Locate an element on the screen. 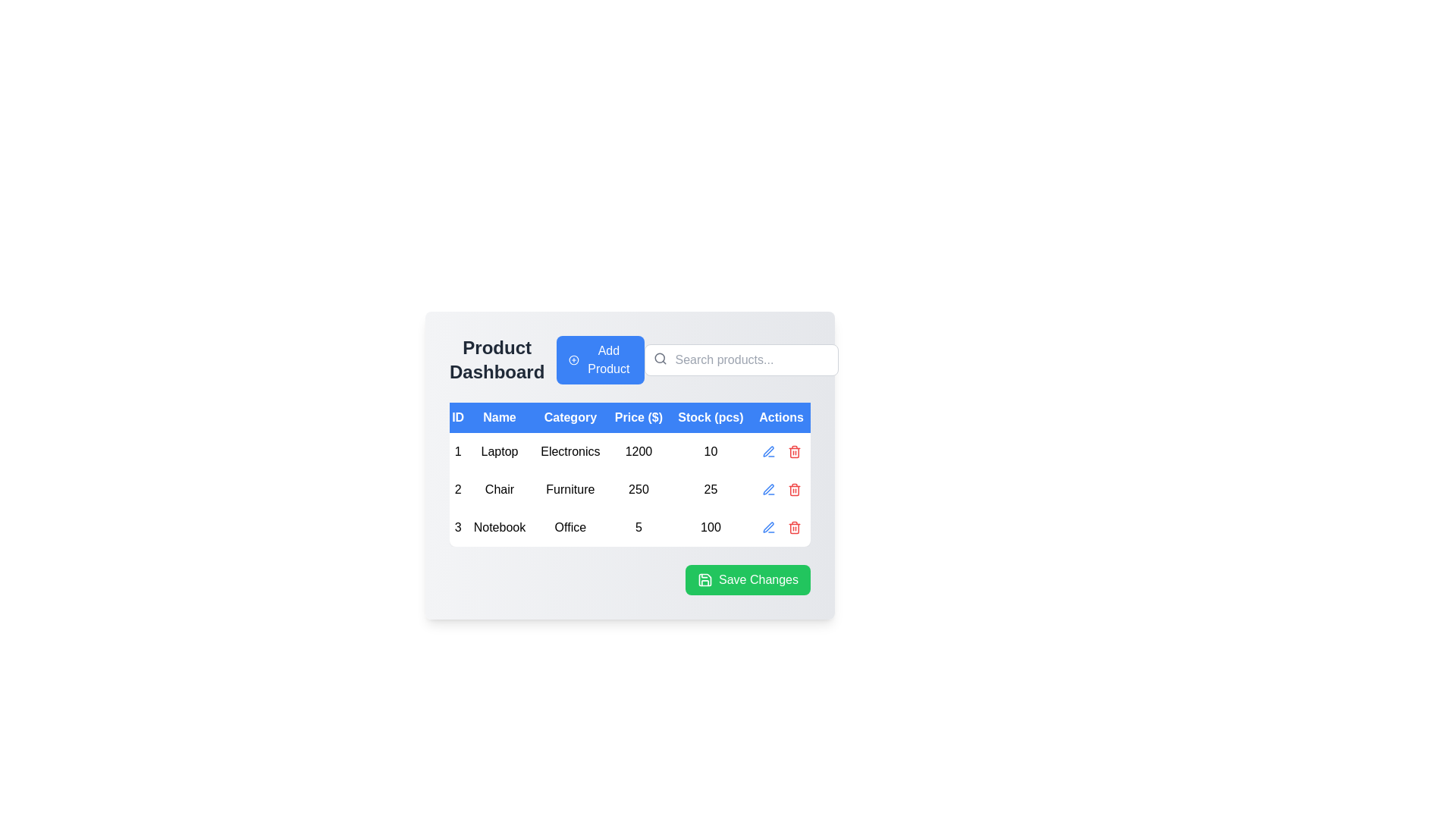  the text element indicating the stock quantity of the item 'Notebook', which shows 100 units available, located in the fifth column of the third row in the inventory table is located at coordinates (710, 526).